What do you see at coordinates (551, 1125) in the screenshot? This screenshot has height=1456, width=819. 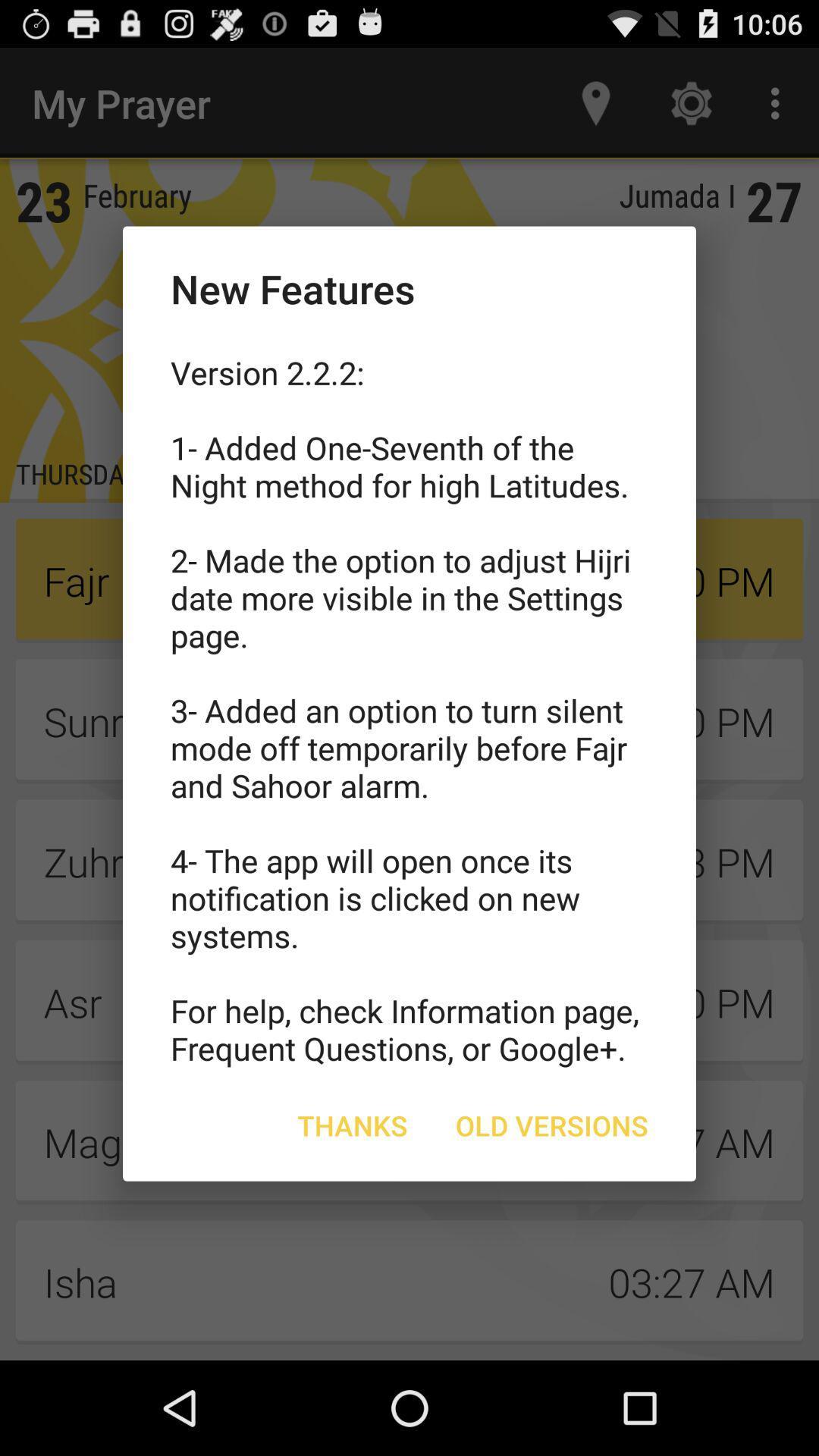 I see `the item at the bottom right corner` at bounding box center [551, 1125].